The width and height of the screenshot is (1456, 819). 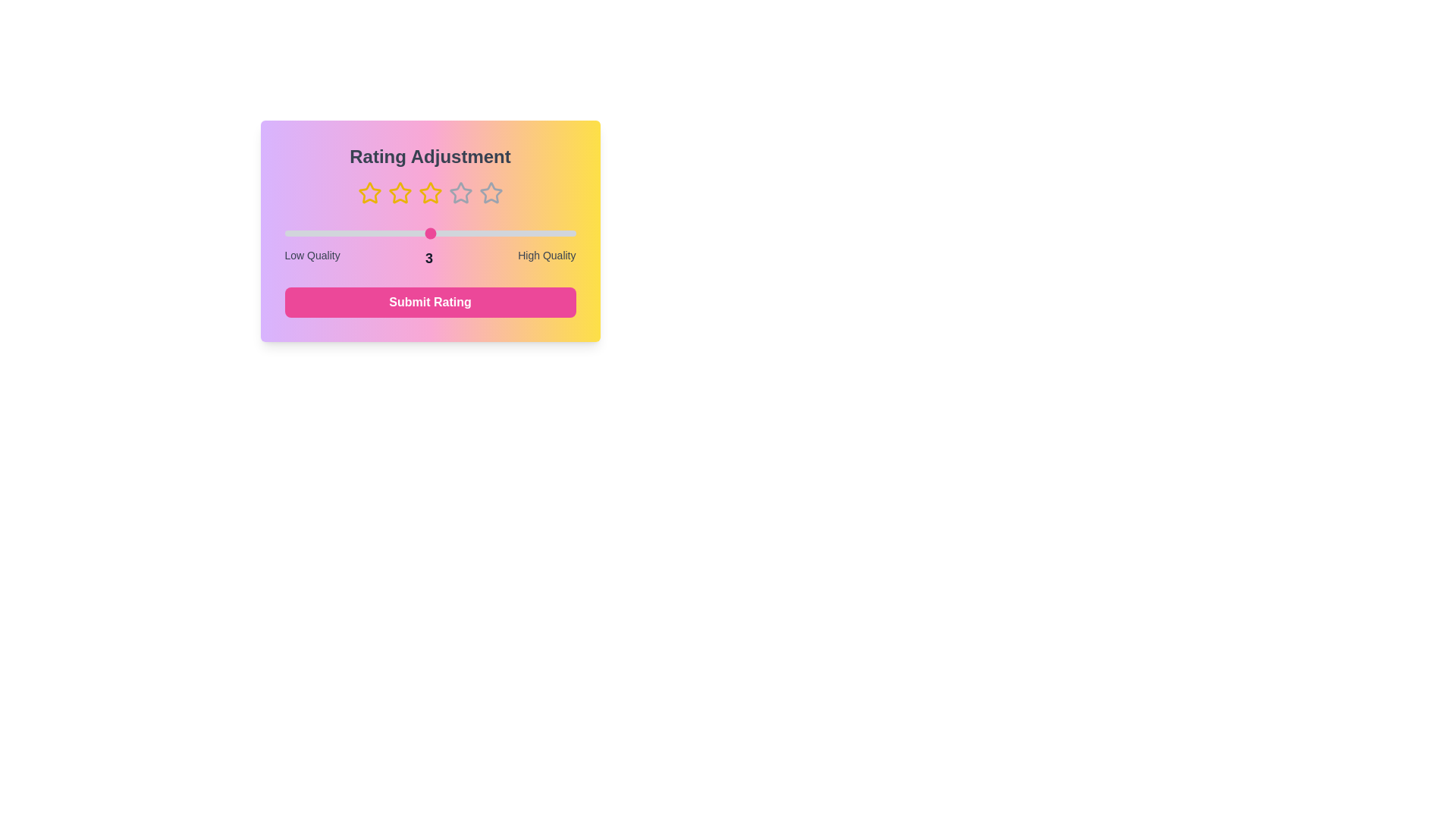 What do you see at coordinates (429, 234) in the screenshot?
I see `the slider to set the rating to 3` at bounding box center [429, 234].